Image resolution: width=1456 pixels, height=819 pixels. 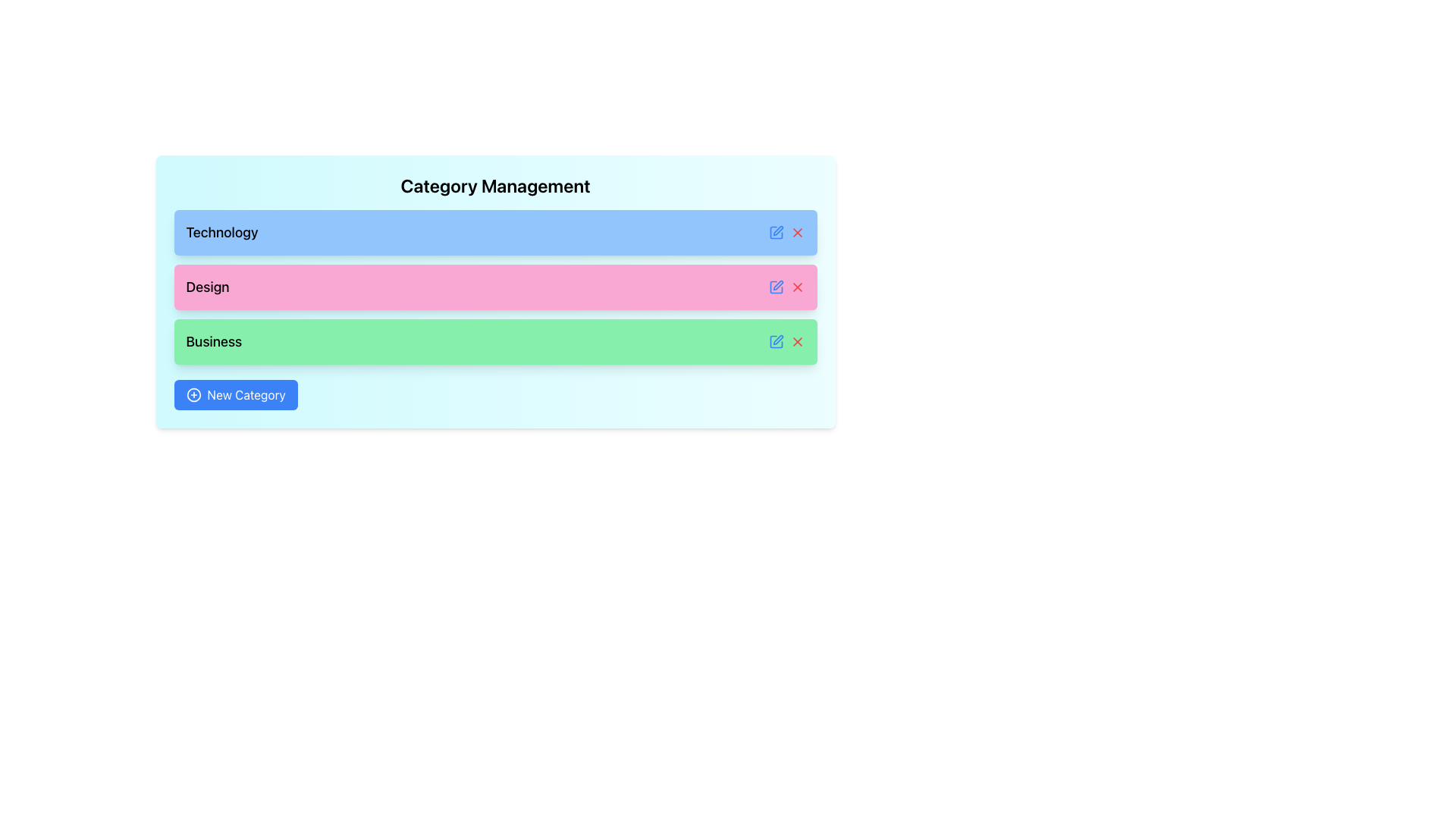 I want to click on the edit icon button located at the right side of the green bar labeled 'Business' to initiate editing, so click(x=776, y=342).